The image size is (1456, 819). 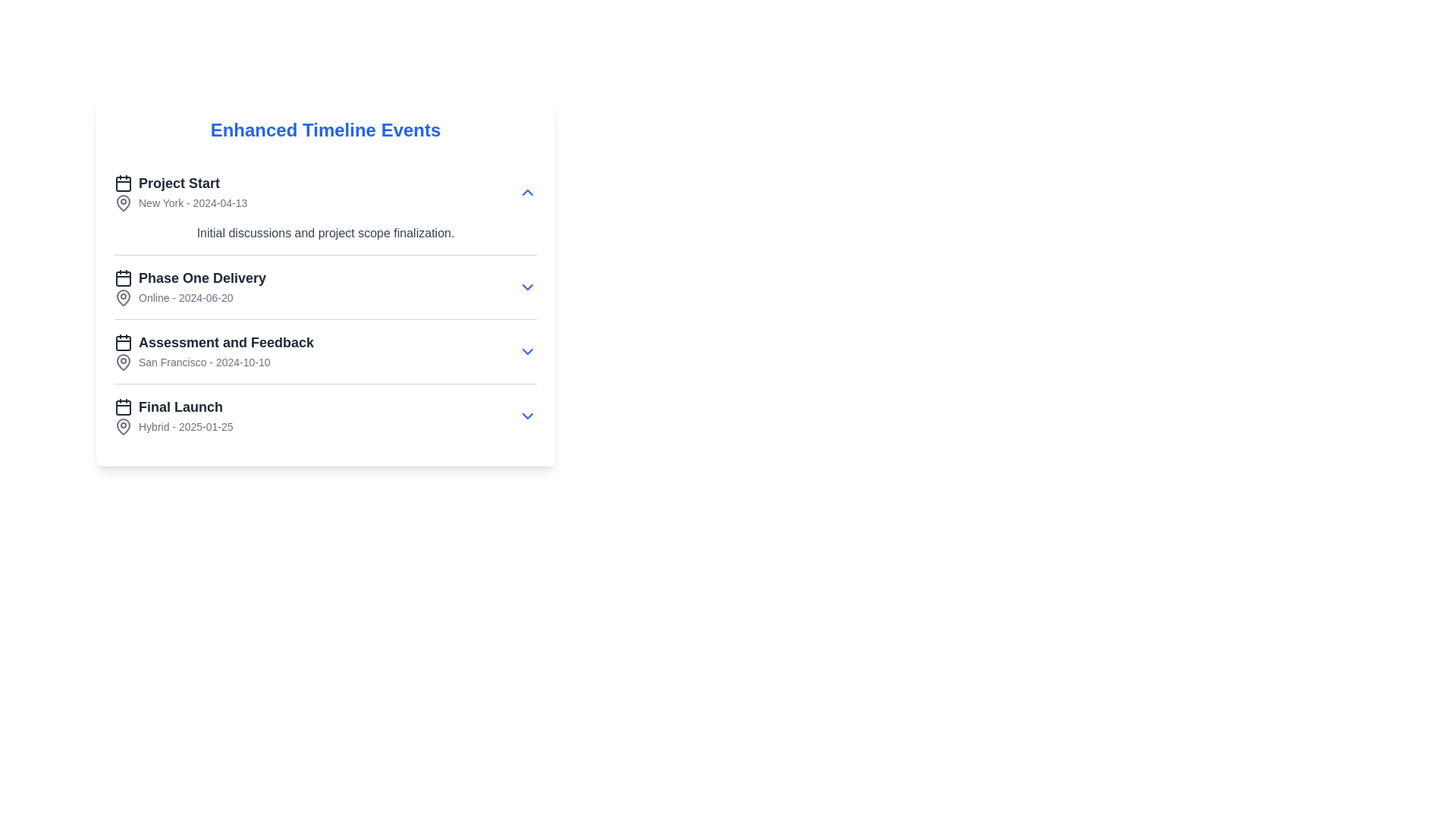 What do you see at coordinates (124, 343) in the screenshot?
I see `the thin-line rectangular shape with rounded edges that is part of the calendar icon located to the left of the 'Assessment and Feedback' timeline entry` at bounding box center [124, 343].